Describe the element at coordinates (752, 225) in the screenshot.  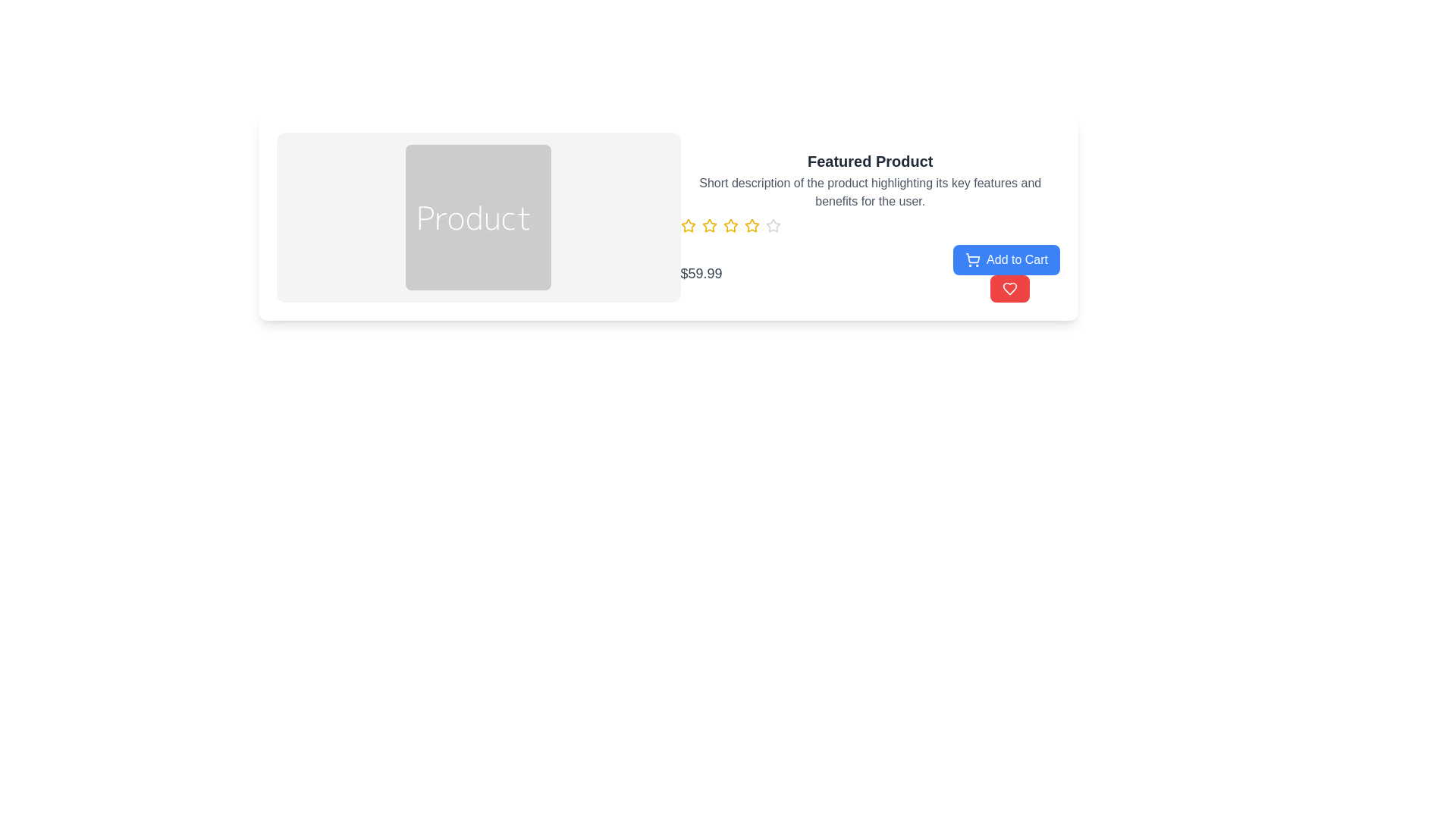
I see `the fourth star icon in the five-star rating system` at that location.